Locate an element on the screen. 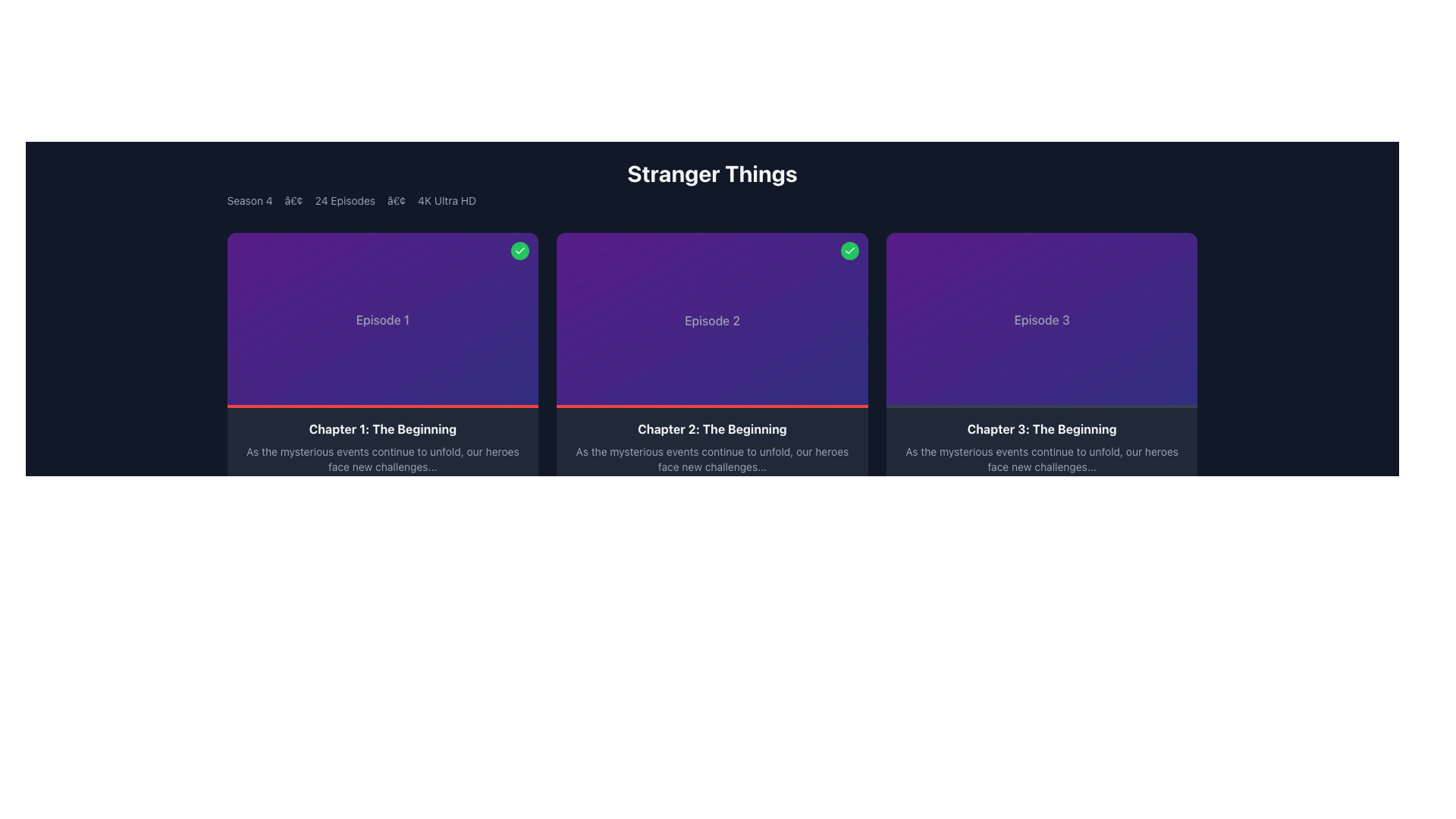 The height and width of the screenshot is (819, 1456). the Text label that serves as a title or heading for the card, located centrally within the middle card of a three-card layout beneath the card header labeled 'Episode 2' is located at coordinates (711, 429).